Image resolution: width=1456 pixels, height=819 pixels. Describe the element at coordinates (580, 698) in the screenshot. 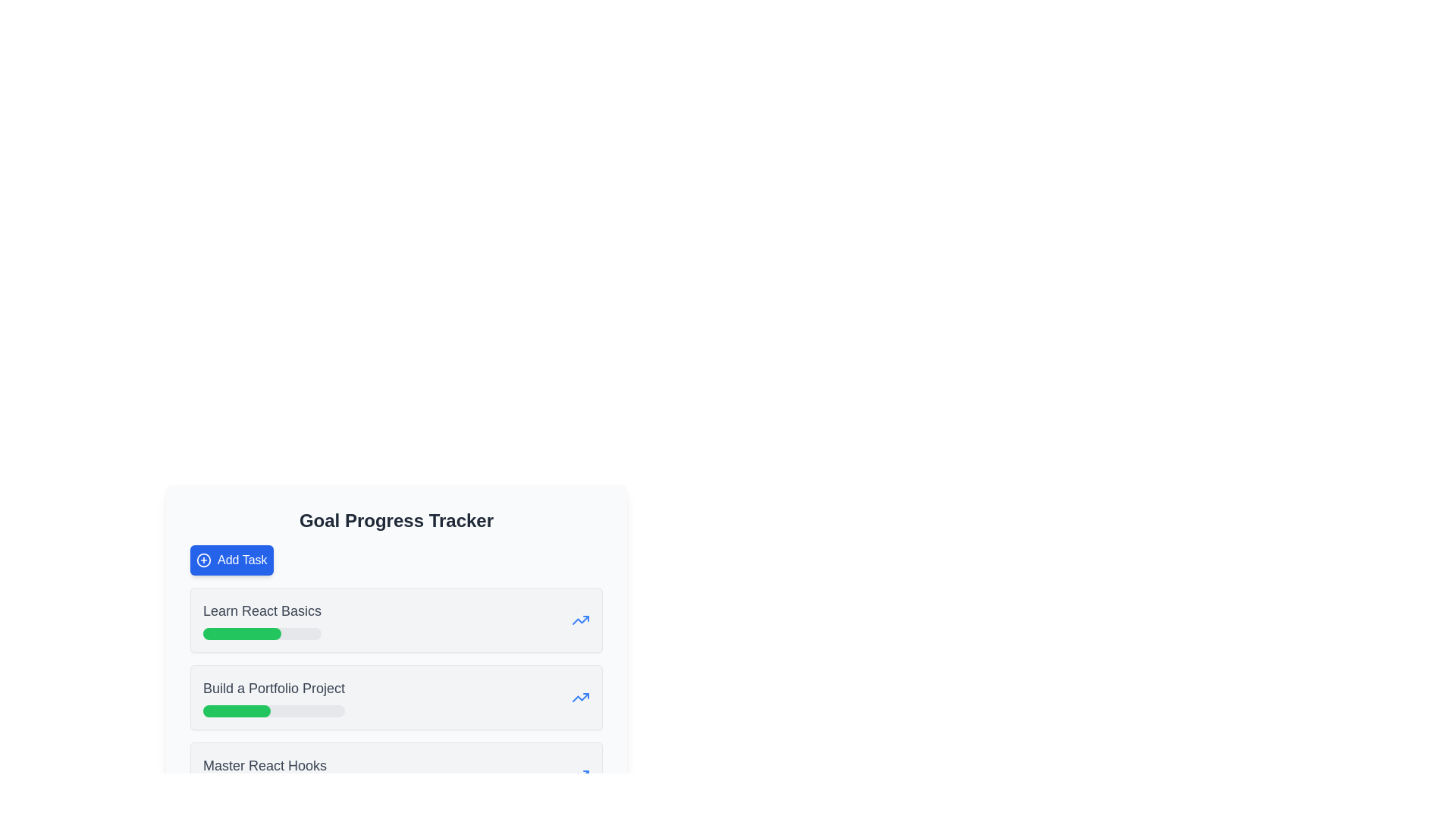

I see `the progress indicator icon located in the rightmost section of the card titled 'Build a Portfolio Project' within the 'Goal Progress Tracker' panel` at that location.